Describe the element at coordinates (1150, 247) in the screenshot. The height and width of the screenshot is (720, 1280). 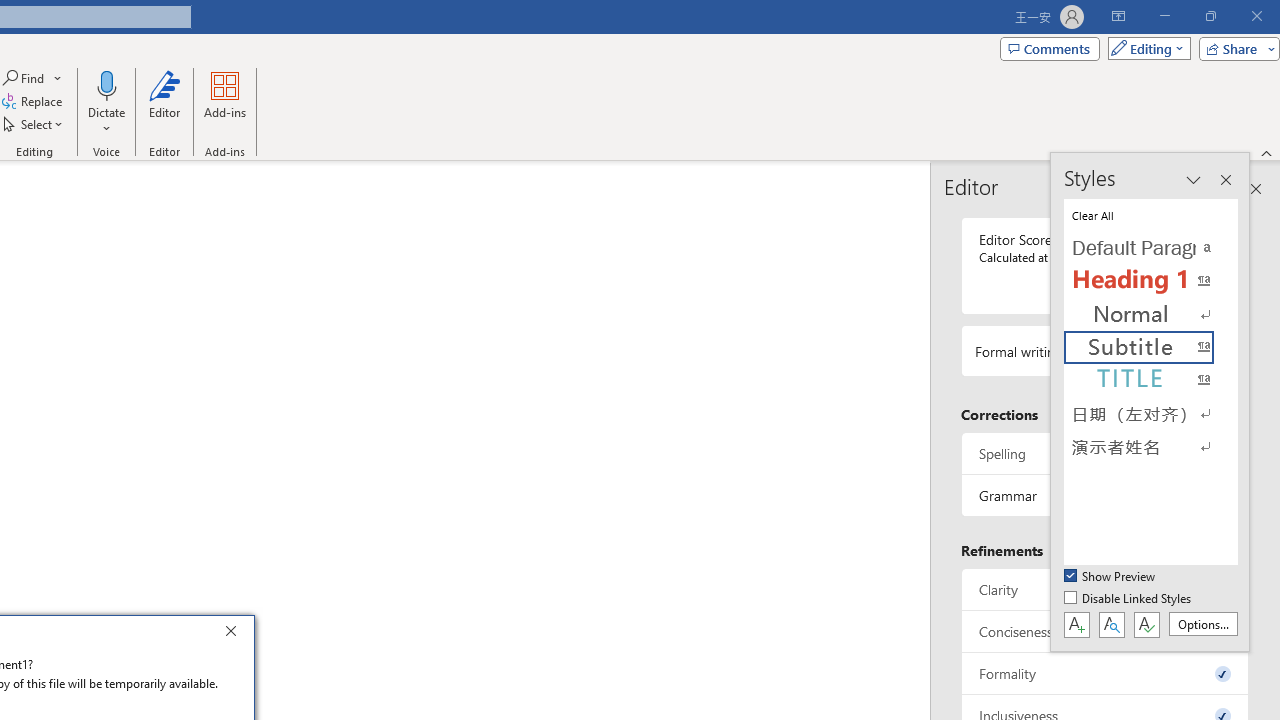
I see `'Default Paragraph Font'` at that location.